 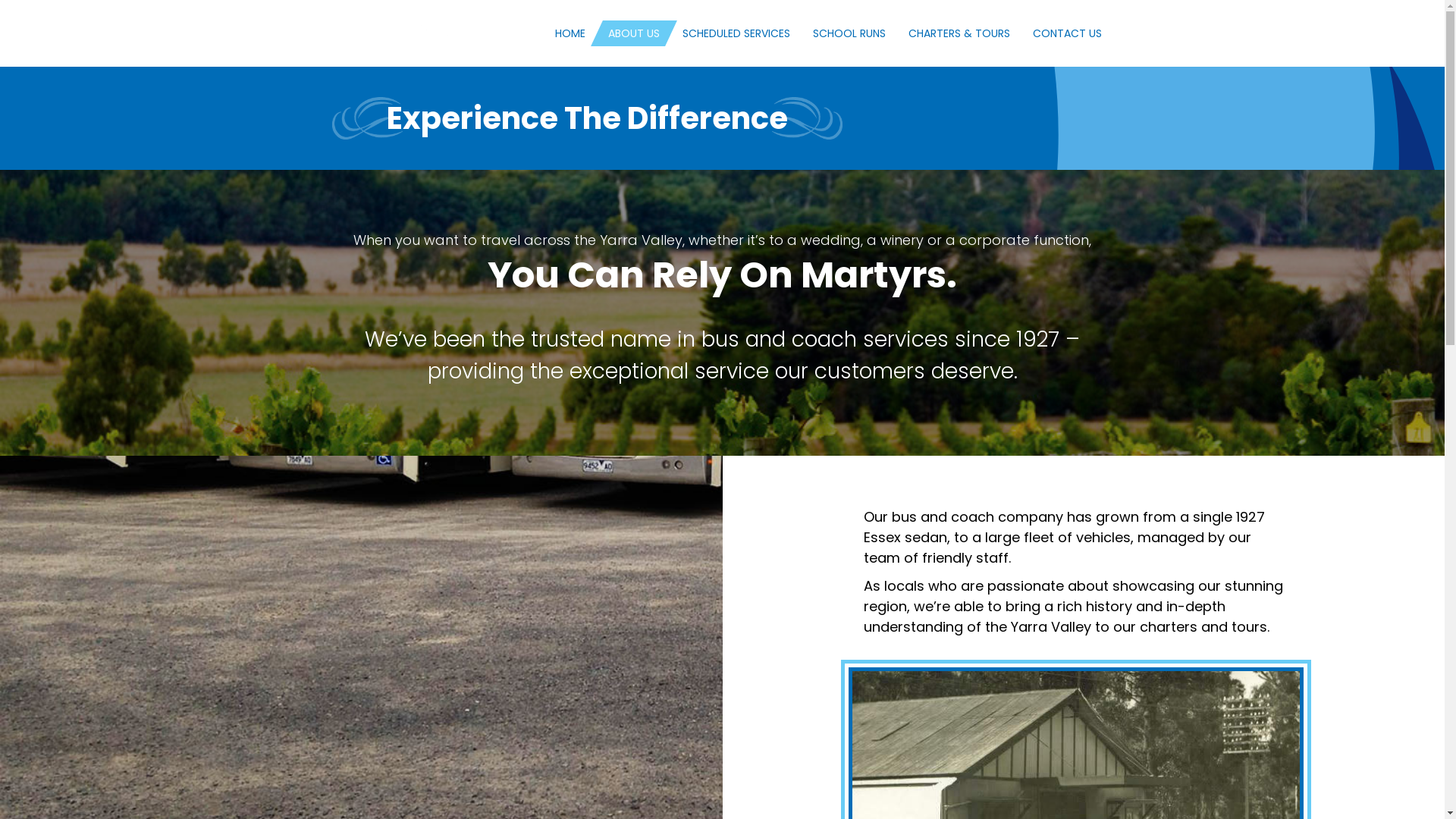 What do you see at coordinates (628, 33) in the screenshot?
I see `'ABOUT US'` at bounding box center [628, 33].